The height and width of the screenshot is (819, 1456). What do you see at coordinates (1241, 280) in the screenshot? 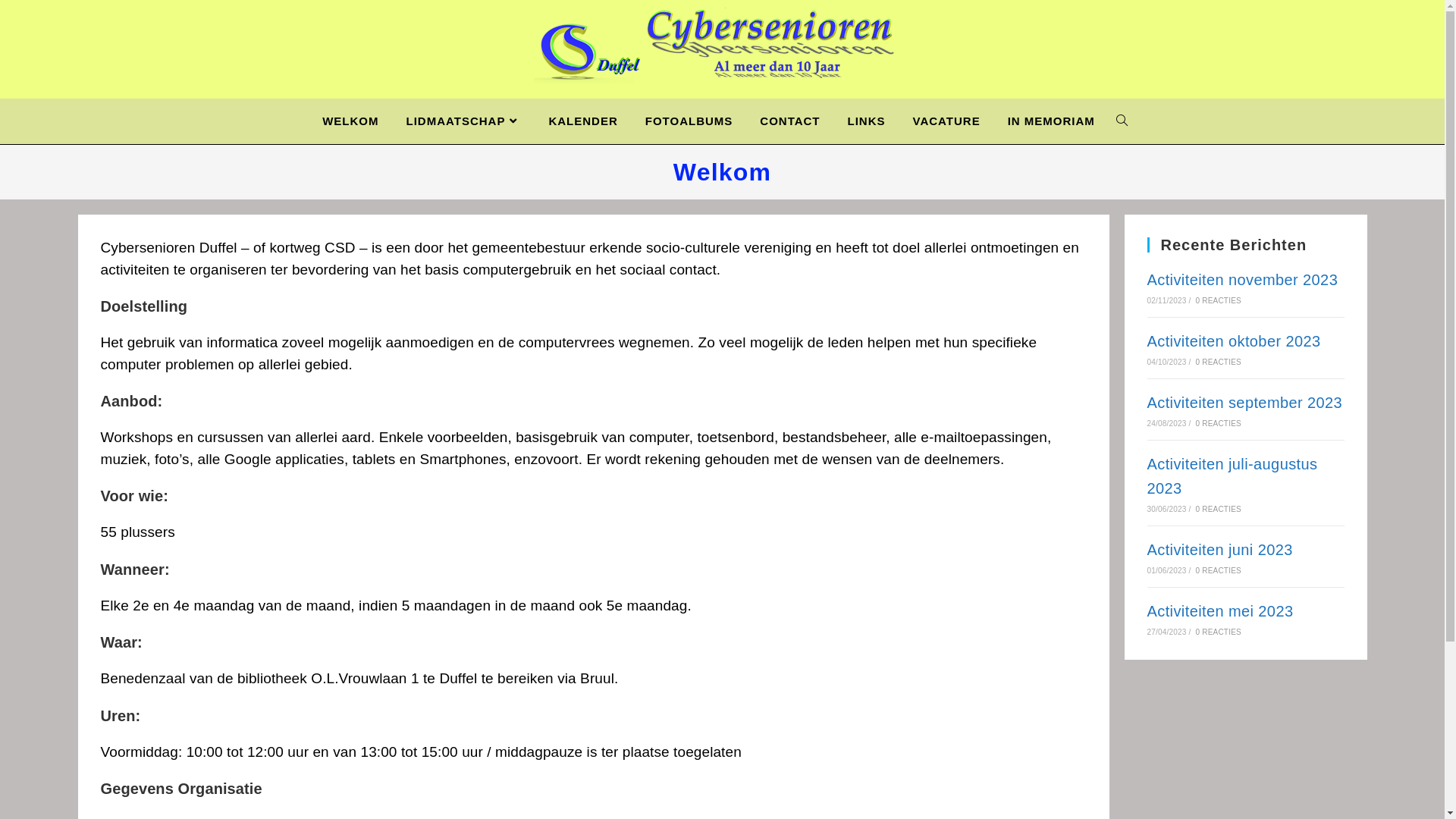
I see `'Activiteiten november 2023'` at bounding box center [1241, 280].